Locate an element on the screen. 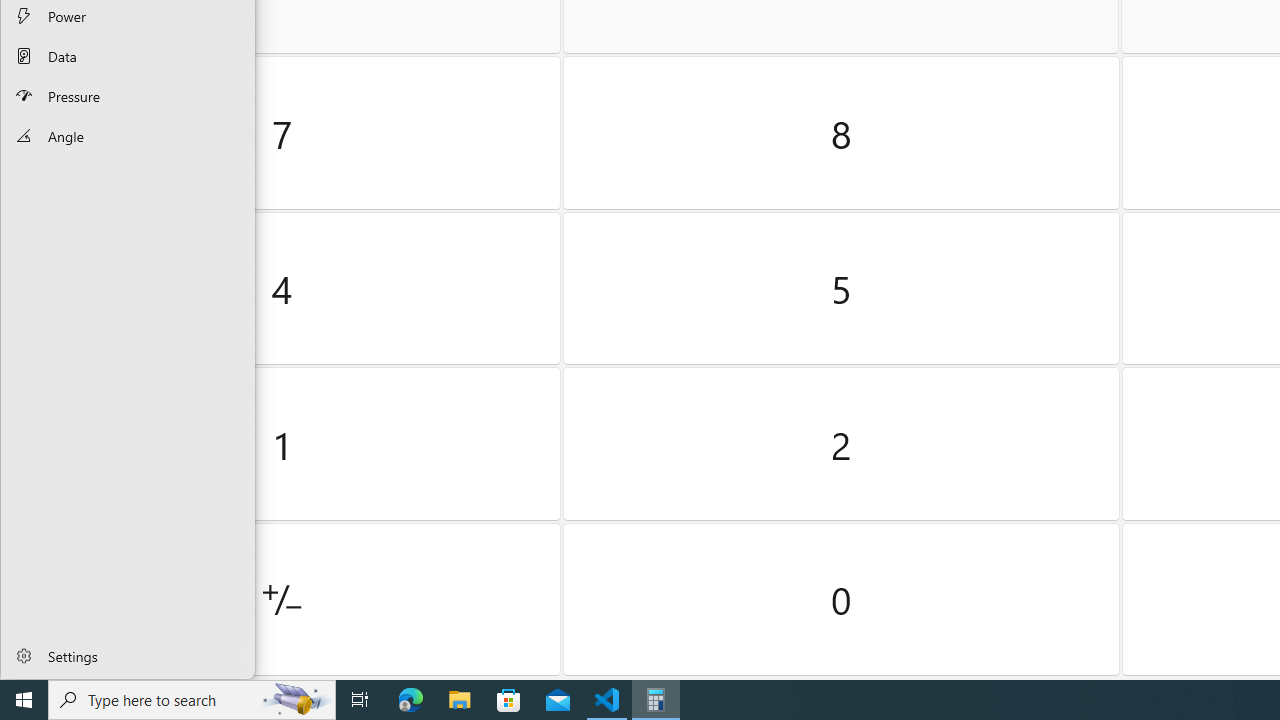 The height and width of the screenshot is (720, 1280). 'Pressure Converter' is located at coordinates (127, 95).